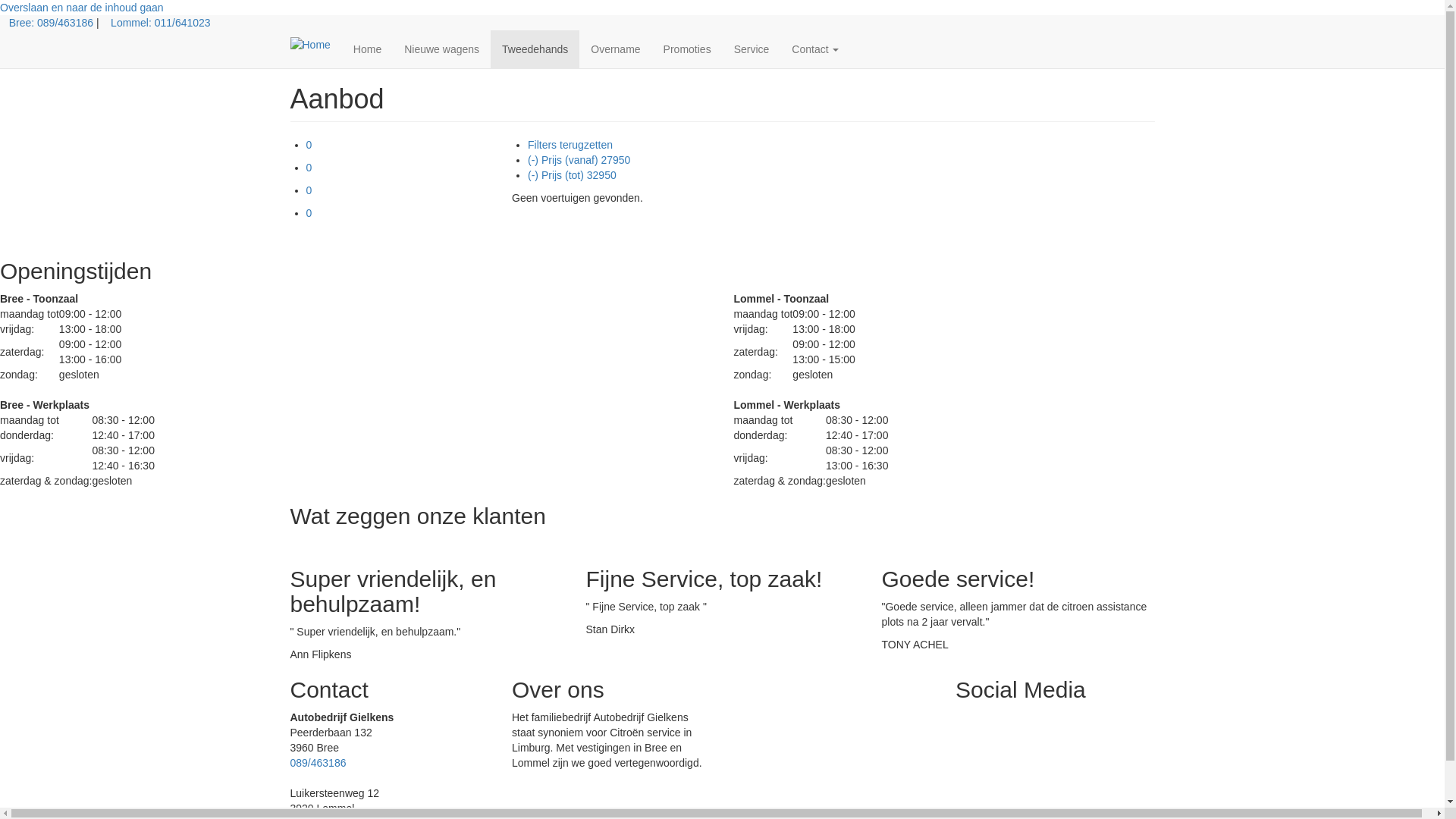 The height and width of the screenshot is (819, 1456). What do you see at coordinates (51, 23) in the screenshot?
I see `'Bree: 089/463186'` at bounding box center [51, 23].